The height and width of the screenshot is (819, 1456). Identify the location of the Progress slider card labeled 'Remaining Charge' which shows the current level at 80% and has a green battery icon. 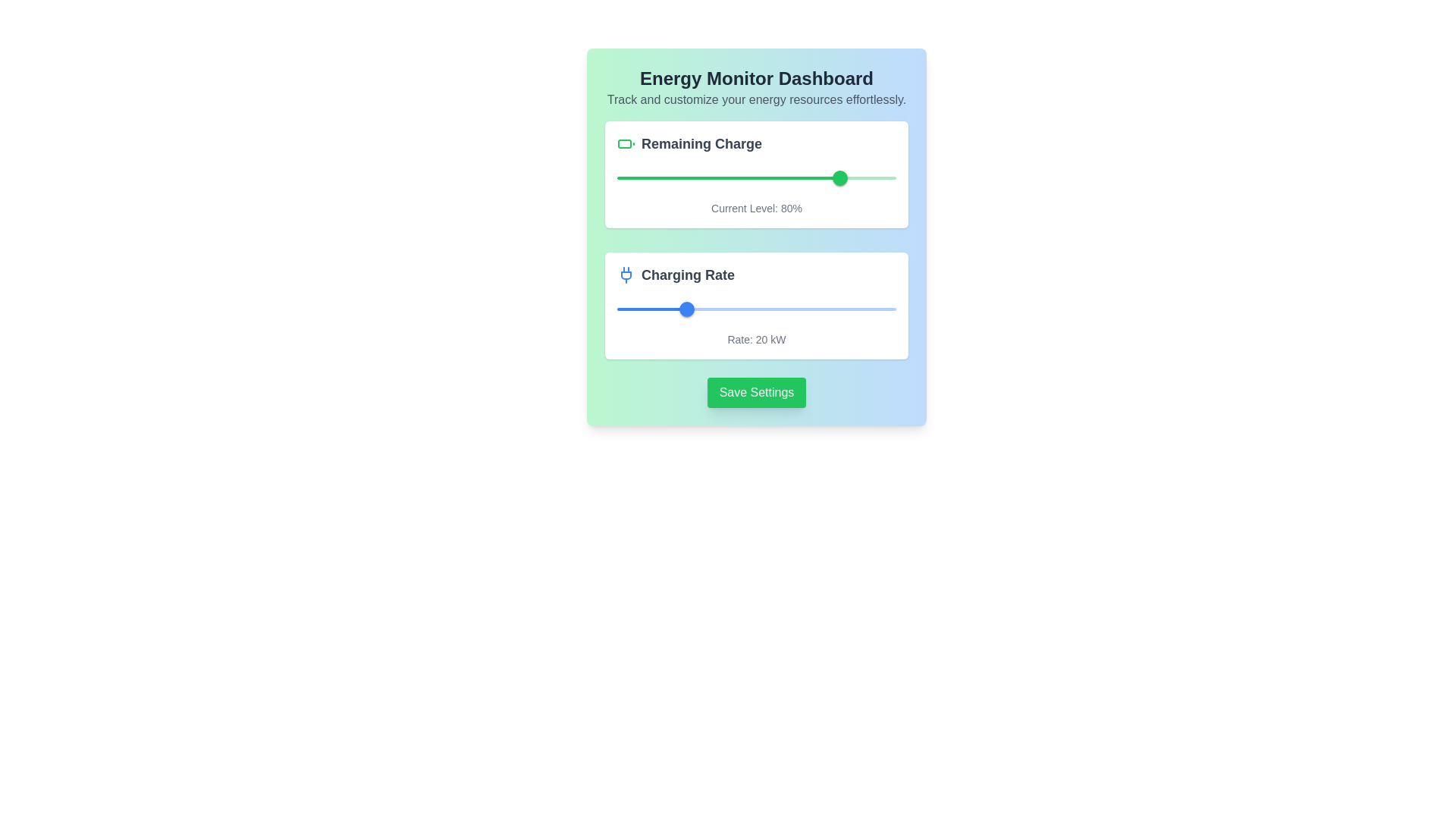
(757, 174).